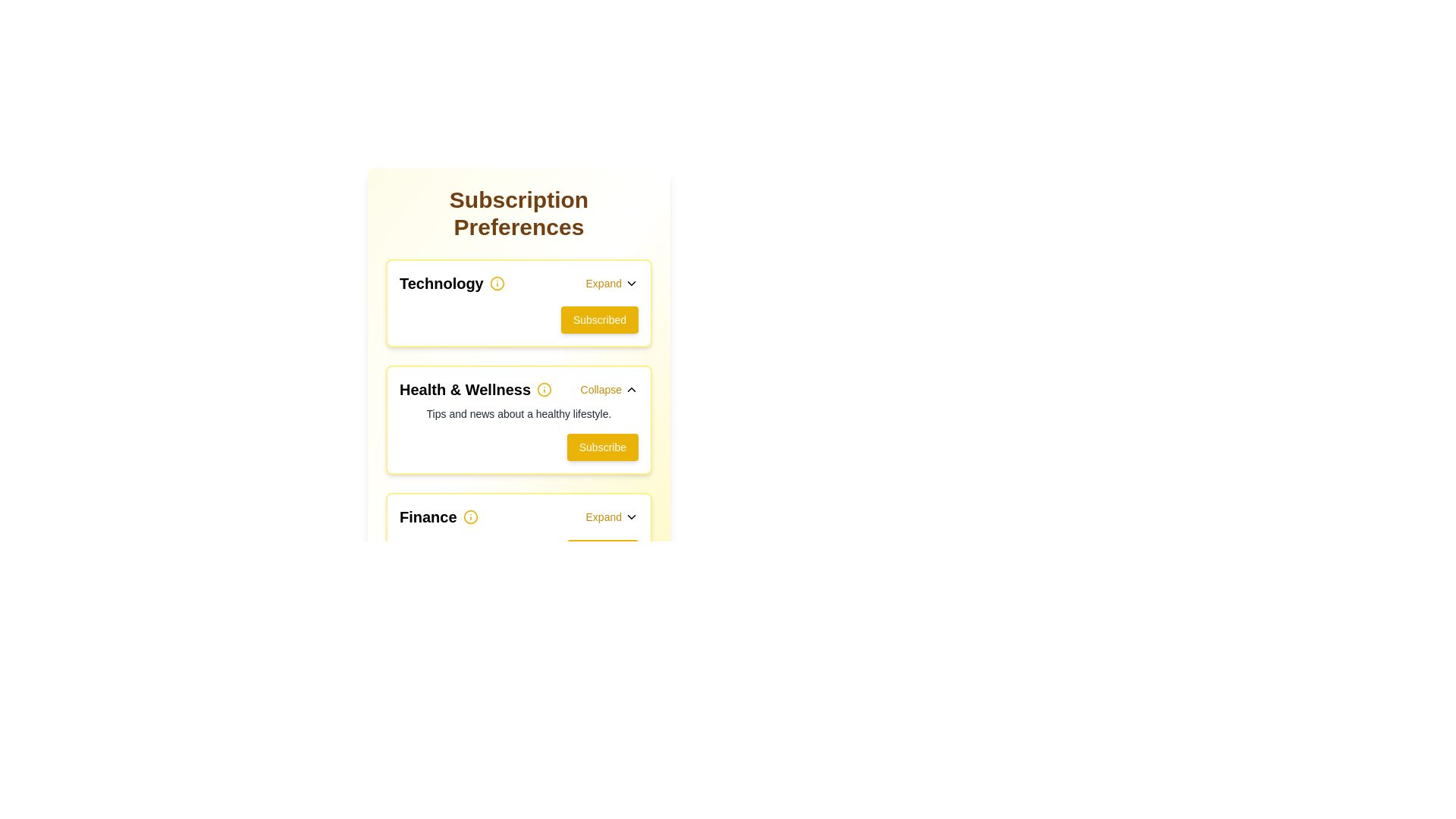 The image size is (1456, 819). What do you see at coordinates (632, 388) in the screenshot?
I see `the upward-pointing arrow icon with a black outline, adjacent to the 'Collapse' text` at bounding box center [632, 388].